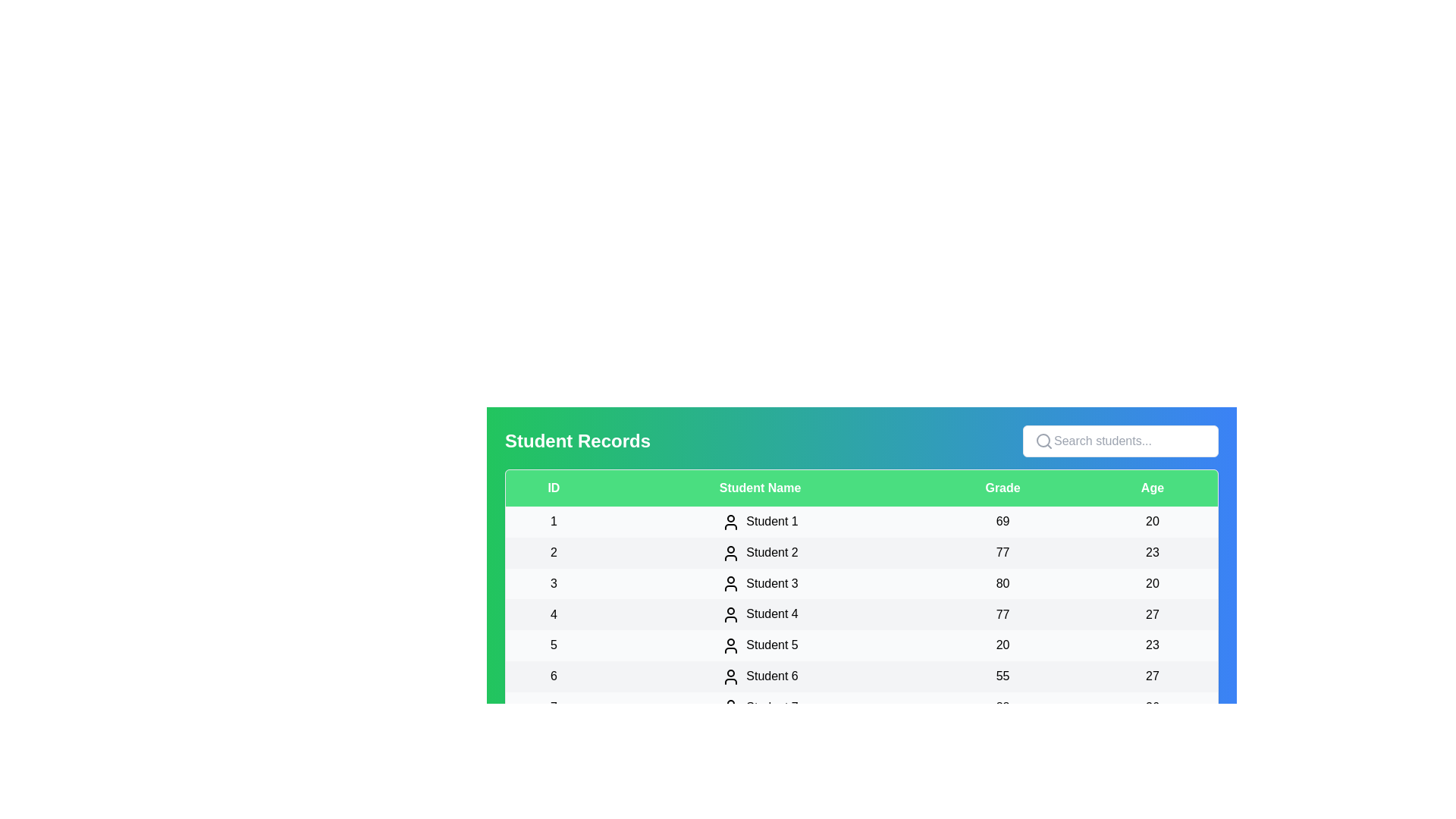  Describe the element at coordinates (760, 488) in the screenshot. I see `the column header Student Name to sort the table by that column` at that location.